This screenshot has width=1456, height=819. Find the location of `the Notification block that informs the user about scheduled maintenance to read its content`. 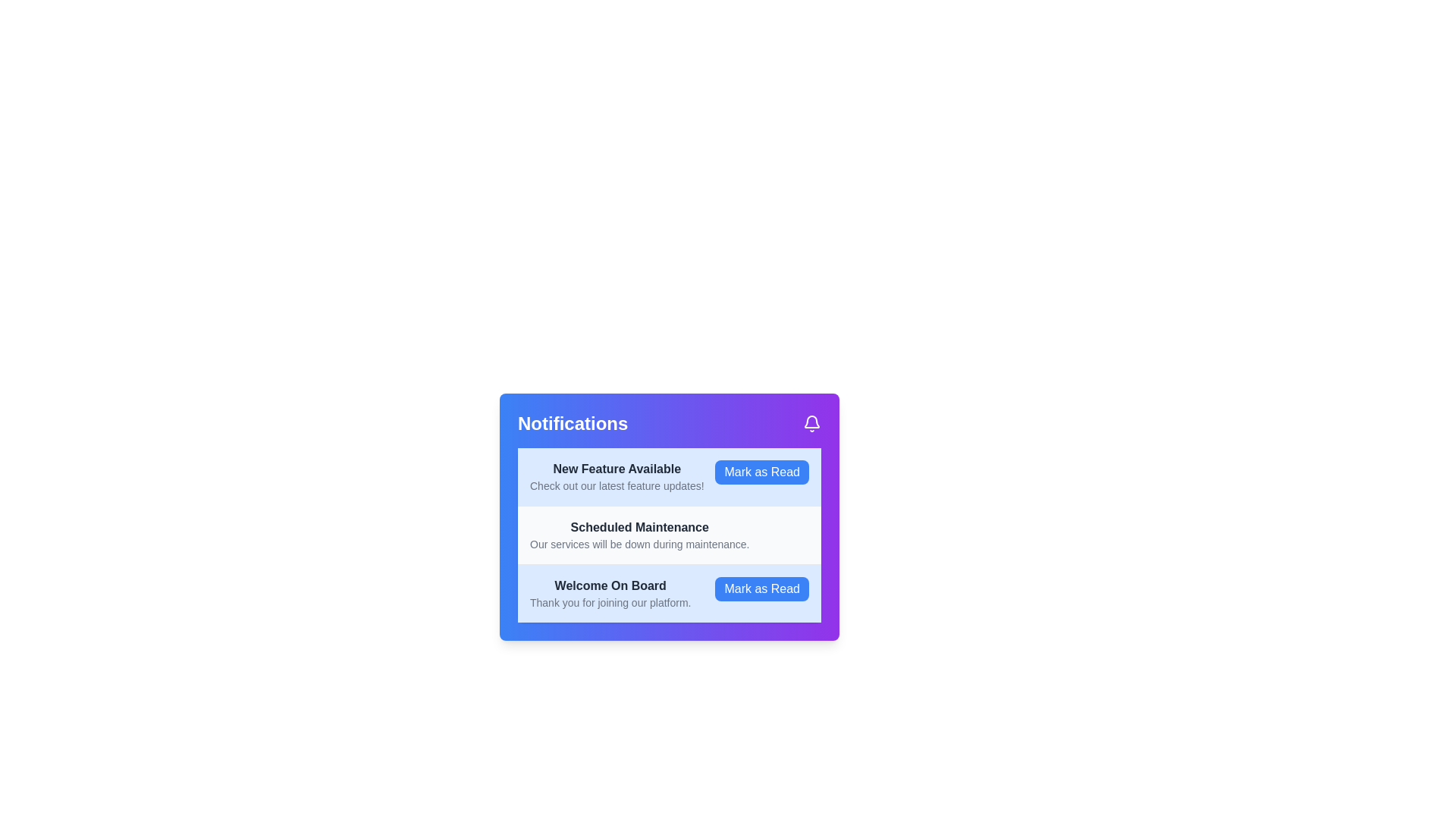

the Notification block that informs the user about scheduled maintenance to read its content is located at coordinates (669, 534).